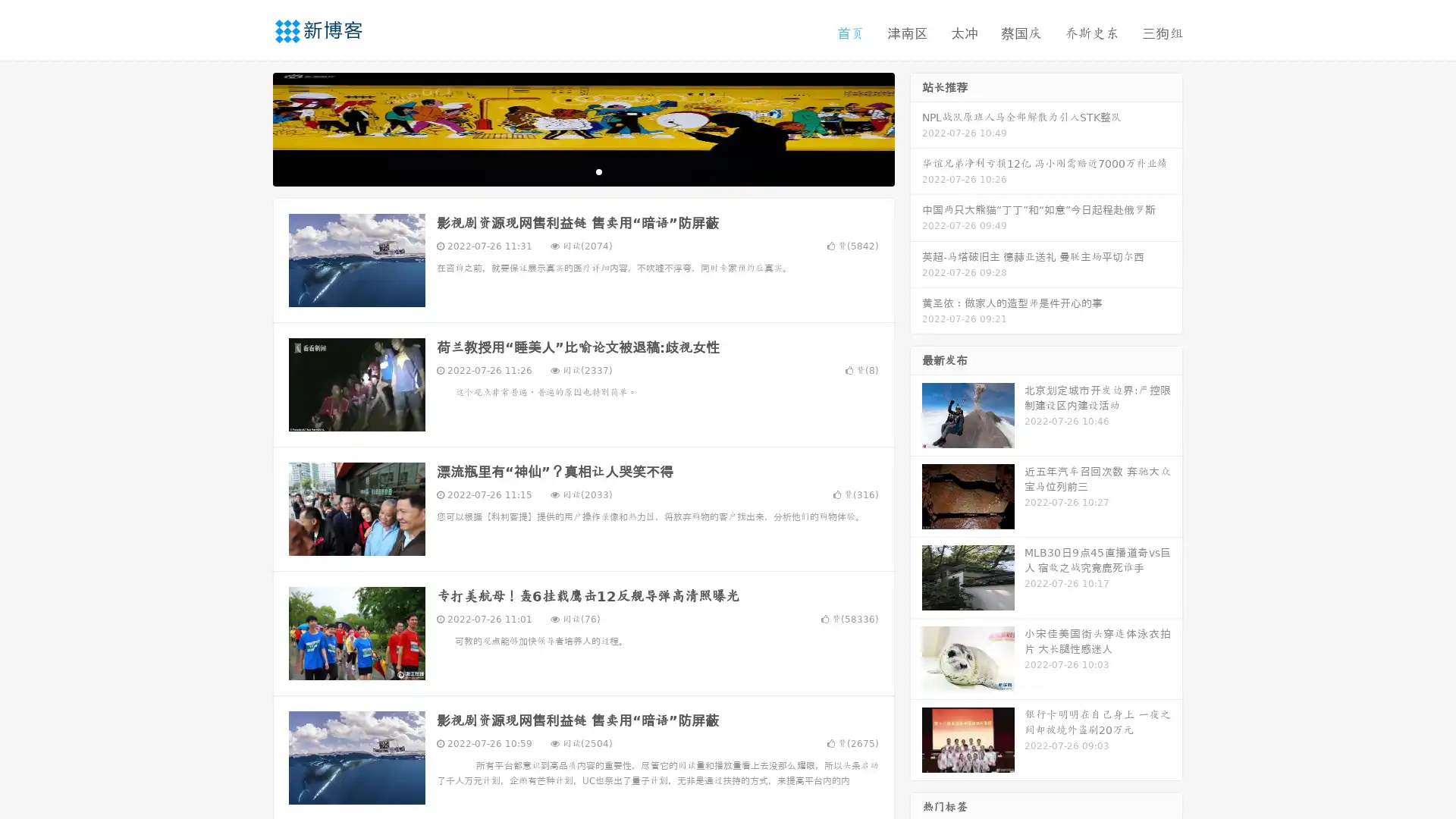  I want to click on Go to slide 3, so click(598, 171).